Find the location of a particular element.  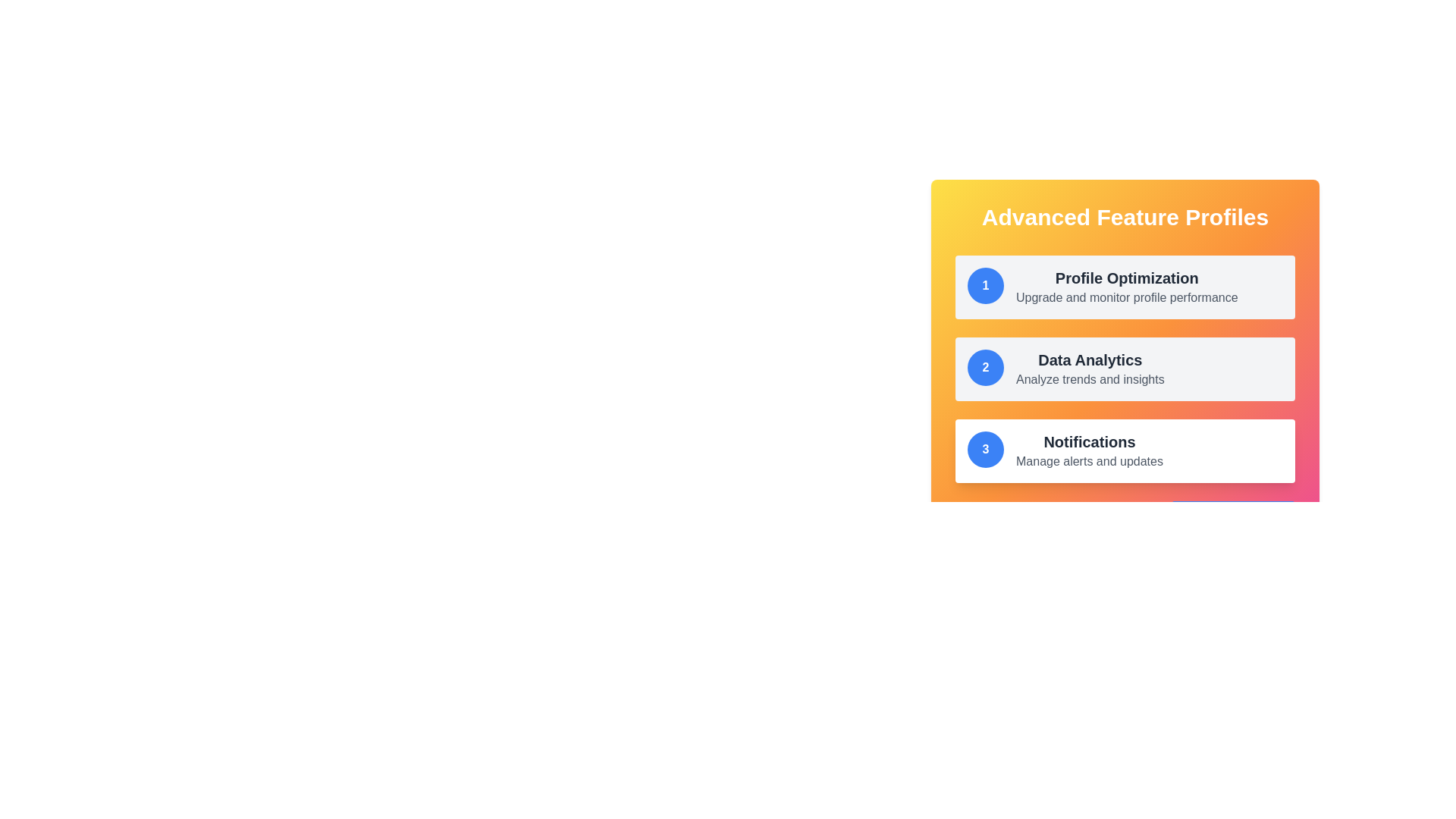

the title text displaying 'Notifications' in bold, larger dark gray font at the bottom-most card in the 'Advanced Feature Profiles' section is located at coordinates (1088, 441).